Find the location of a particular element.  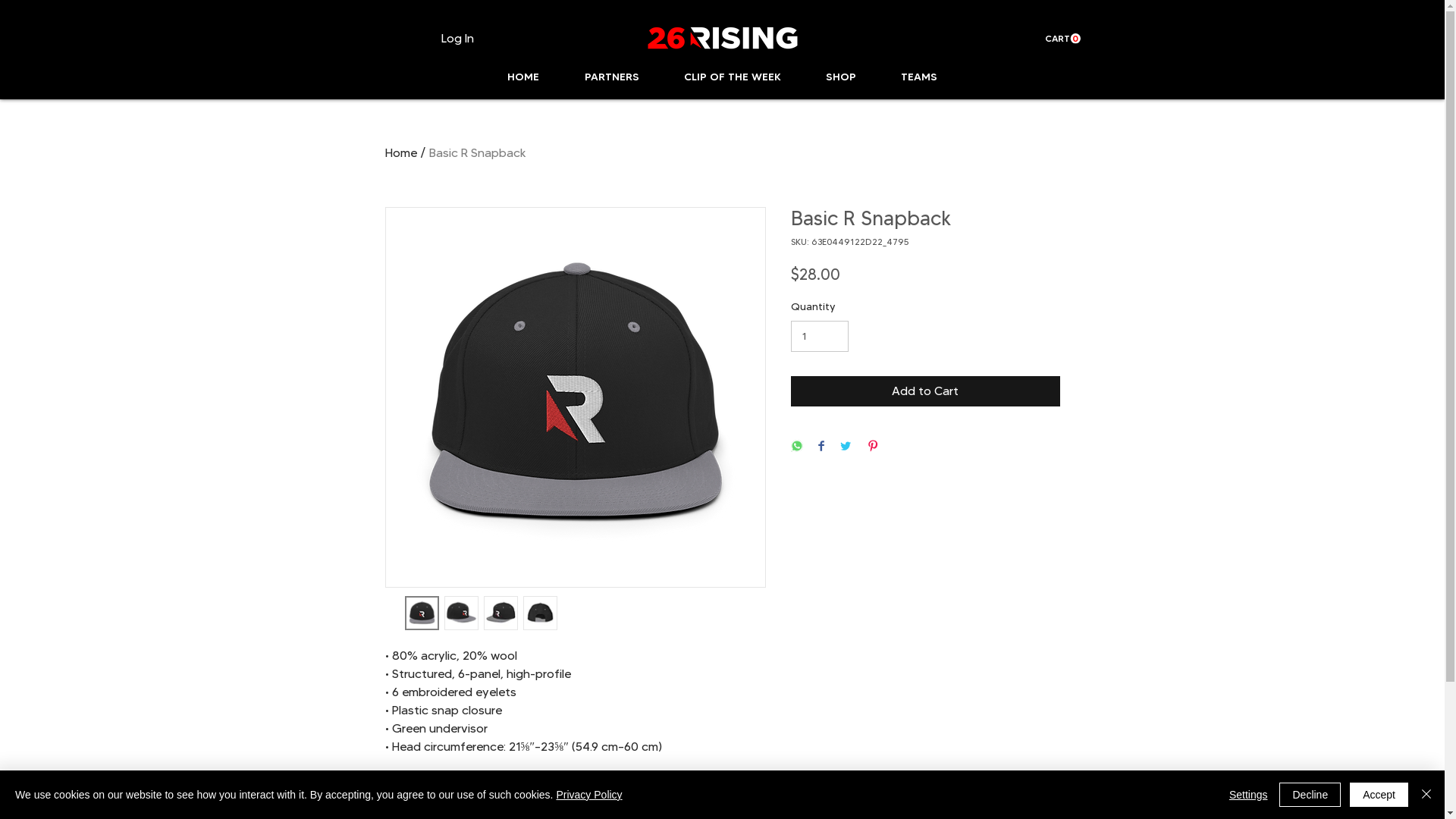

'Basic R Snapback' is located at coordinates (476, 152).